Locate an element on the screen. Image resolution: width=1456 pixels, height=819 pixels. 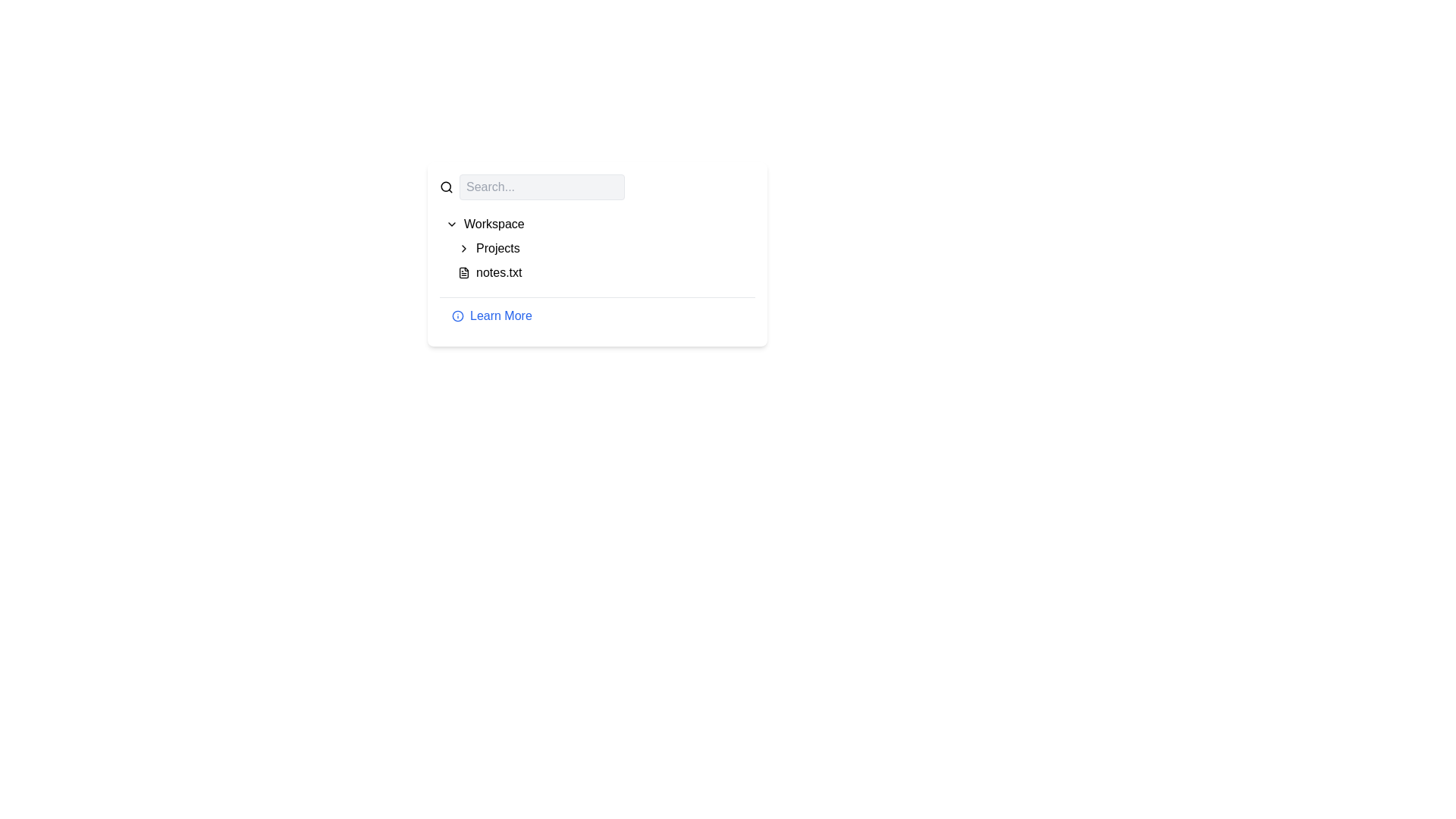
the chevron icon located to the left of the 'Workspace' text is located at coordinates (450, 224).